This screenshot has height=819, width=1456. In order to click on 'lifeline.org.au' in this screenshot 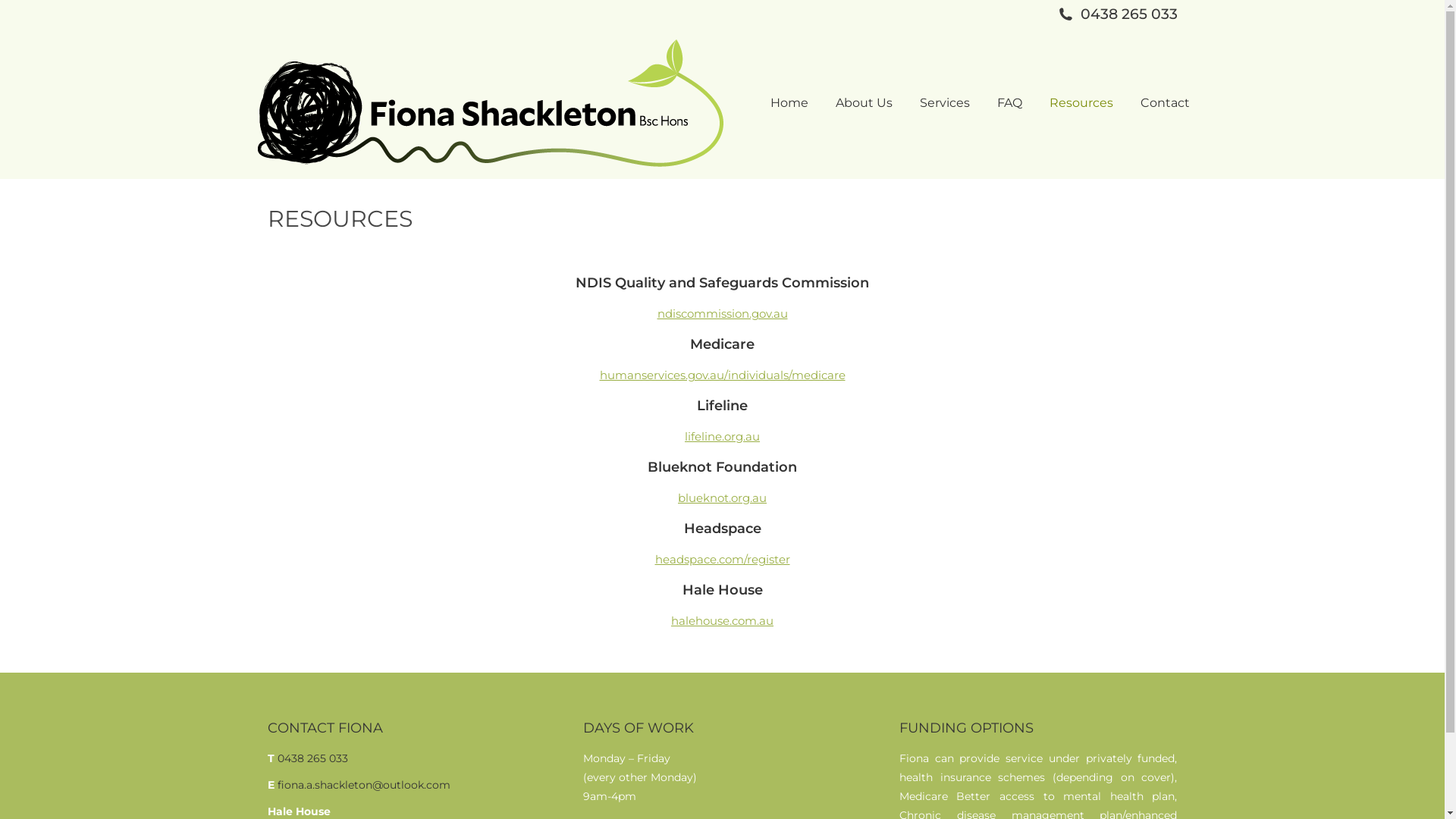, I will do `click(721, 436)`.